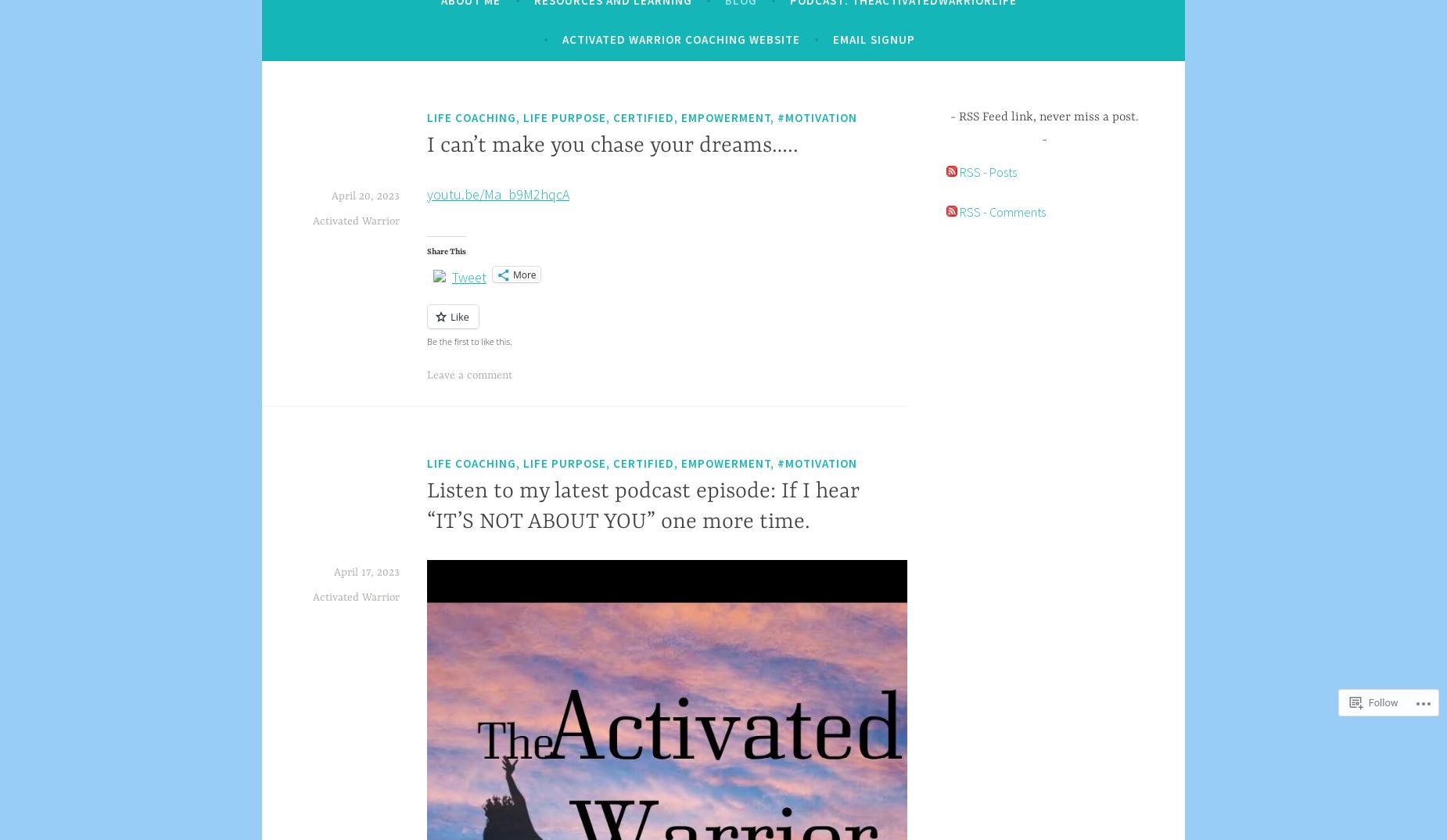  Describe the element at coordinates (366, 571) in the screenshot. I see `'April 17, 2023'` at that location.